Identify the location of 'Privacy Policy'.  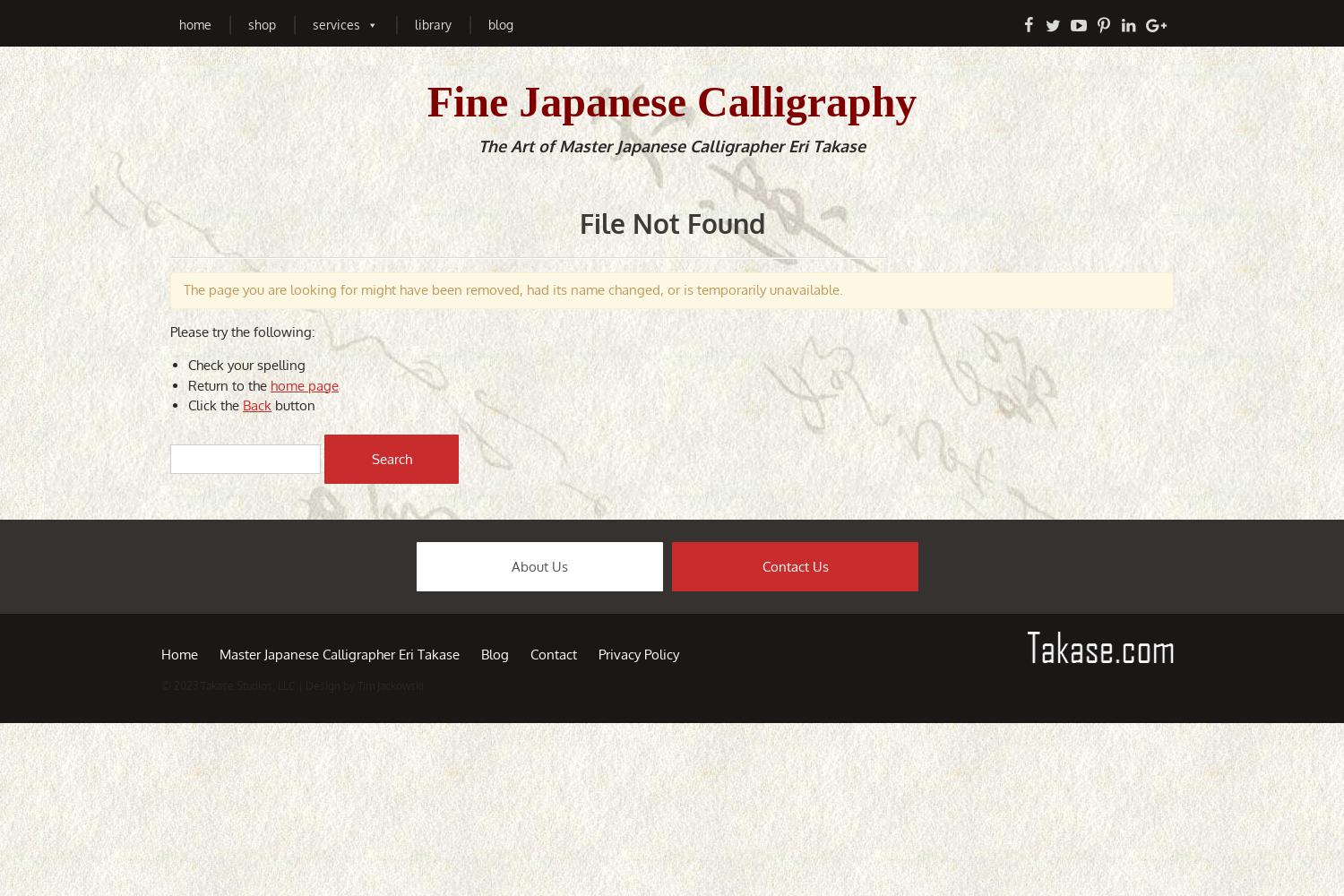
(637, 652).